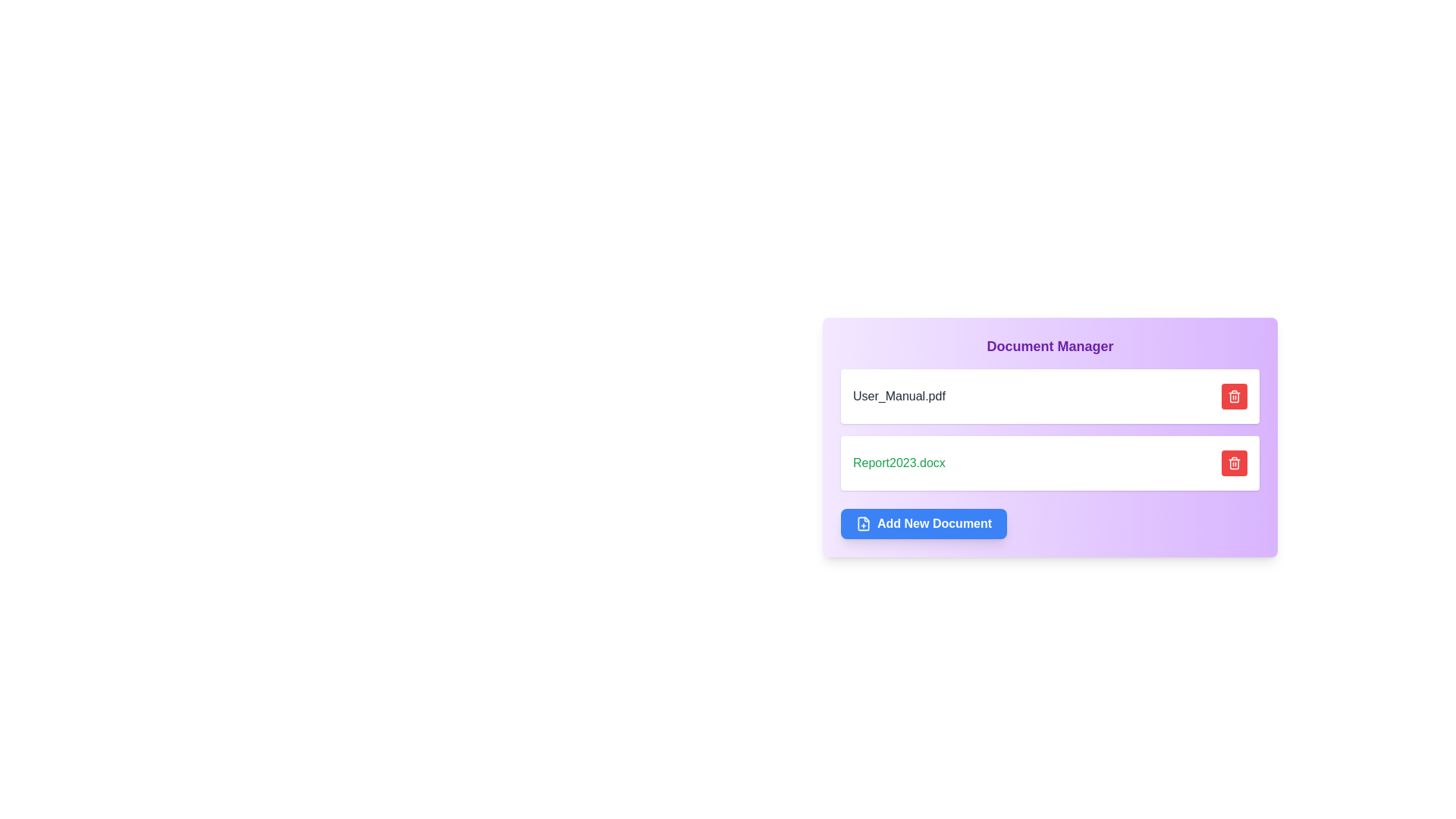  I want to click on the small blue file-plus icon located beside the 'Add New Document' text within the blue button at the bottom of the interface, so click(863, 522).